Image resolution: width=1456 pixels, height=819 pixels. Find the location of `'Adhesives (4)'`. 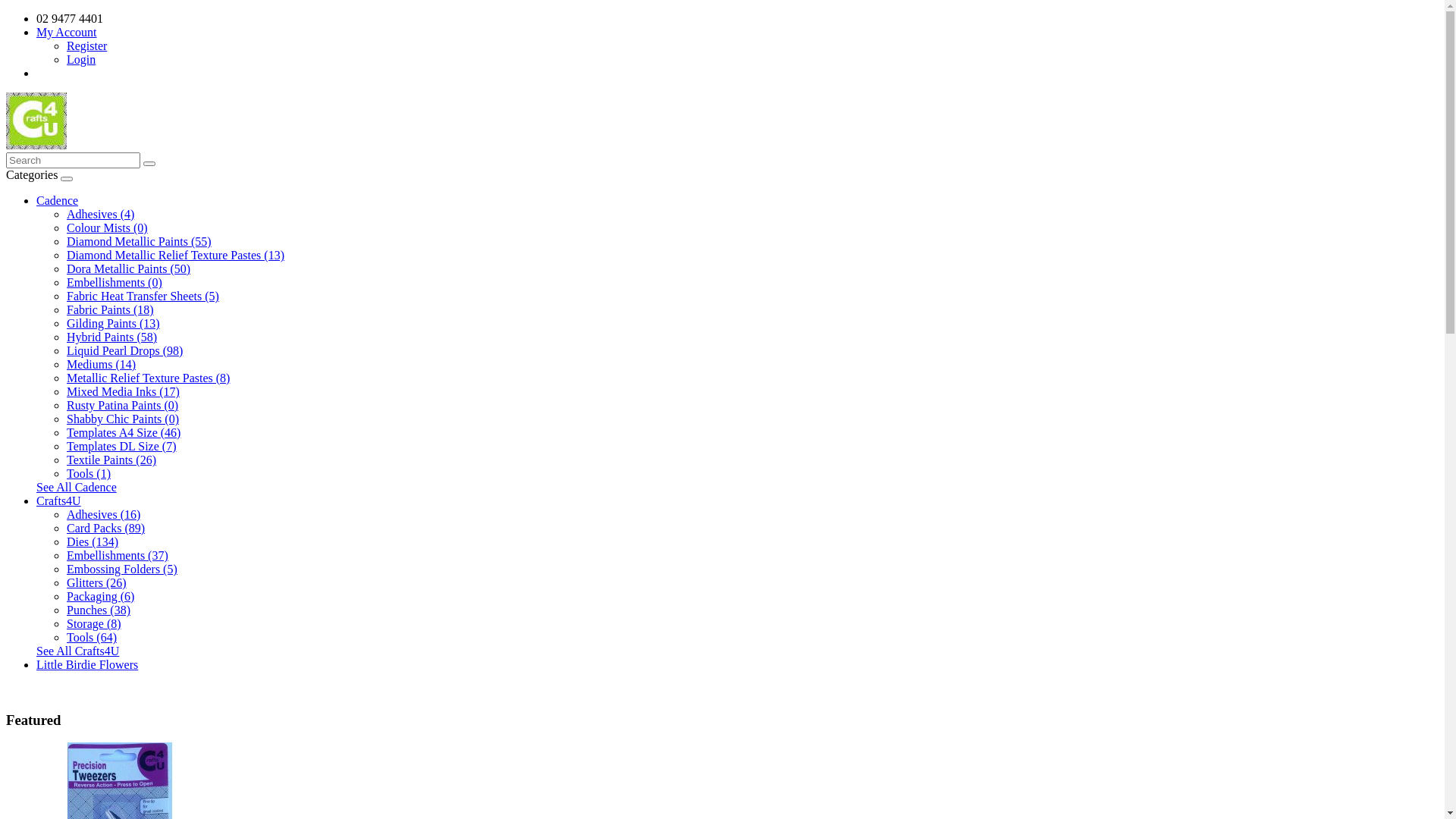

'Adhesives (4)' is located at coordinates (65, 214).